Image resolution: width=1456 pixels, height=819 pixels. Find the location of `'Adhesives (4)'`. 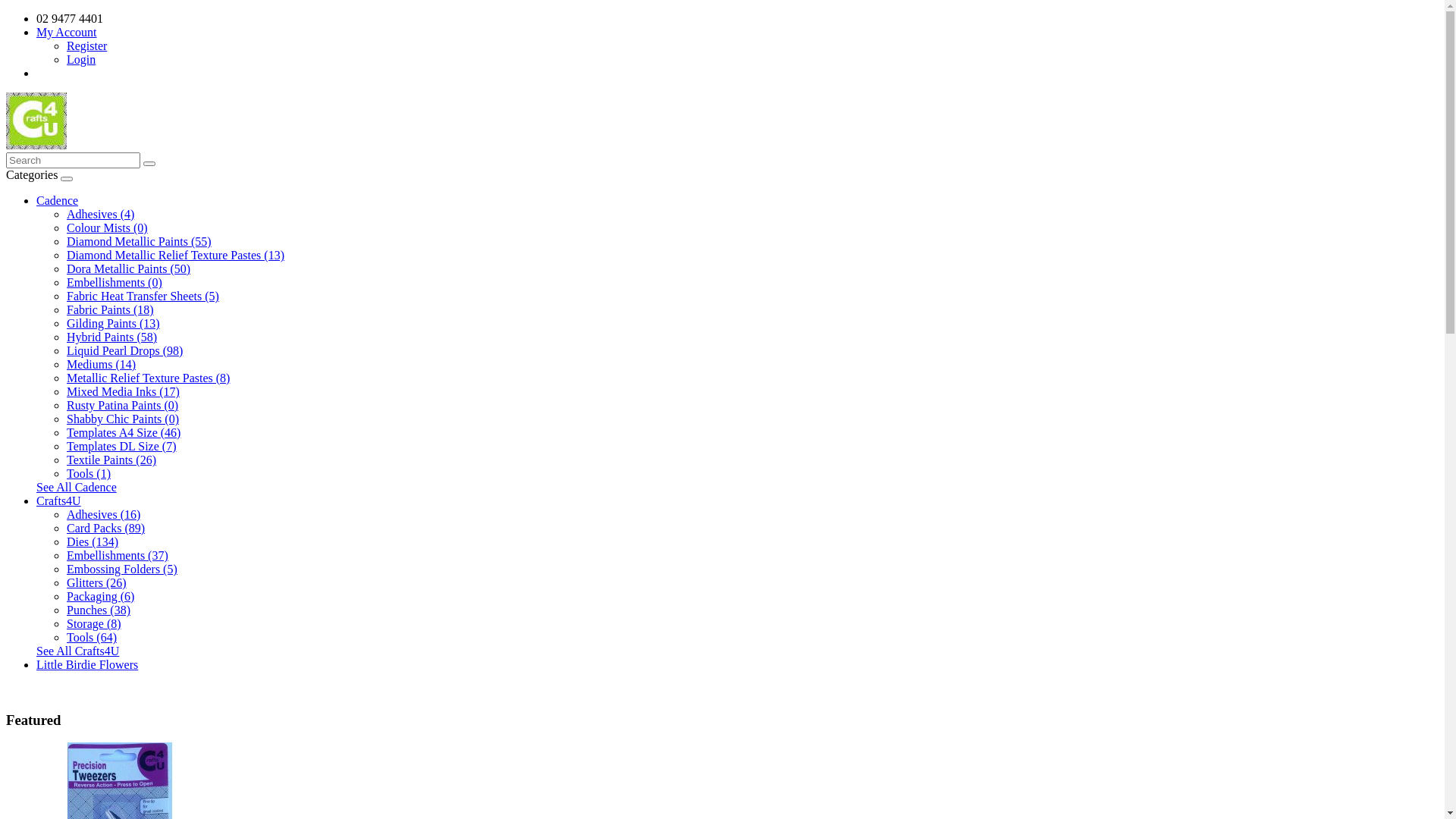

'Adhesives (4)' is located at coordinates (65, 214).